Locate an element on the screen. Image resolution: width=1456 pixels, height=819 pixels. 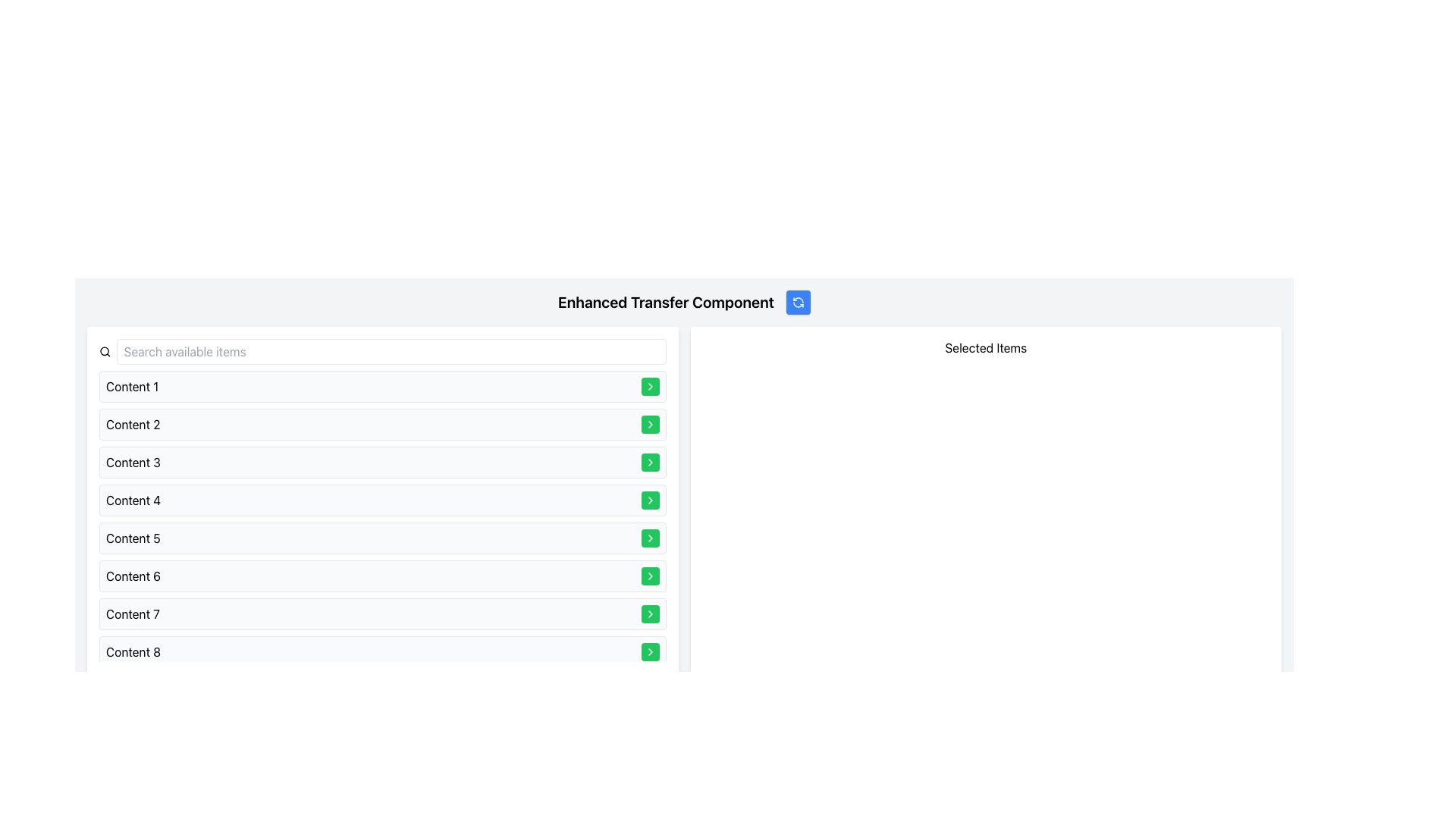
the circular graphic within the search icon, which is part of the magnifying glass depiction located at the top left corner of the interface is located at coordinates (104, 351).